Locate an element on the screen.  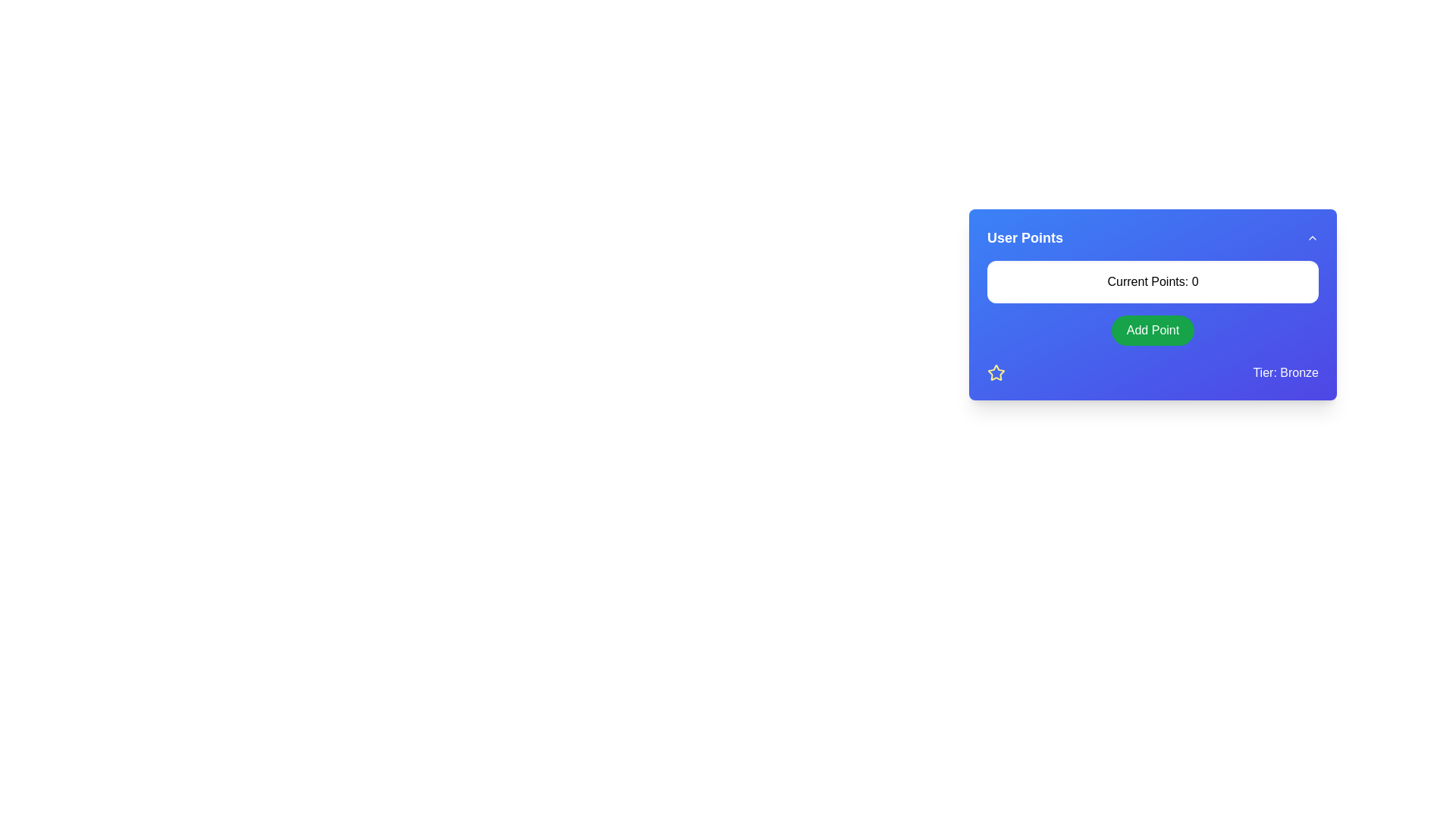
the non-interactive text label indicating the section's purpose for user points, which is located near the top-left corner of a blue panel is located at coordinates (1025, 237).